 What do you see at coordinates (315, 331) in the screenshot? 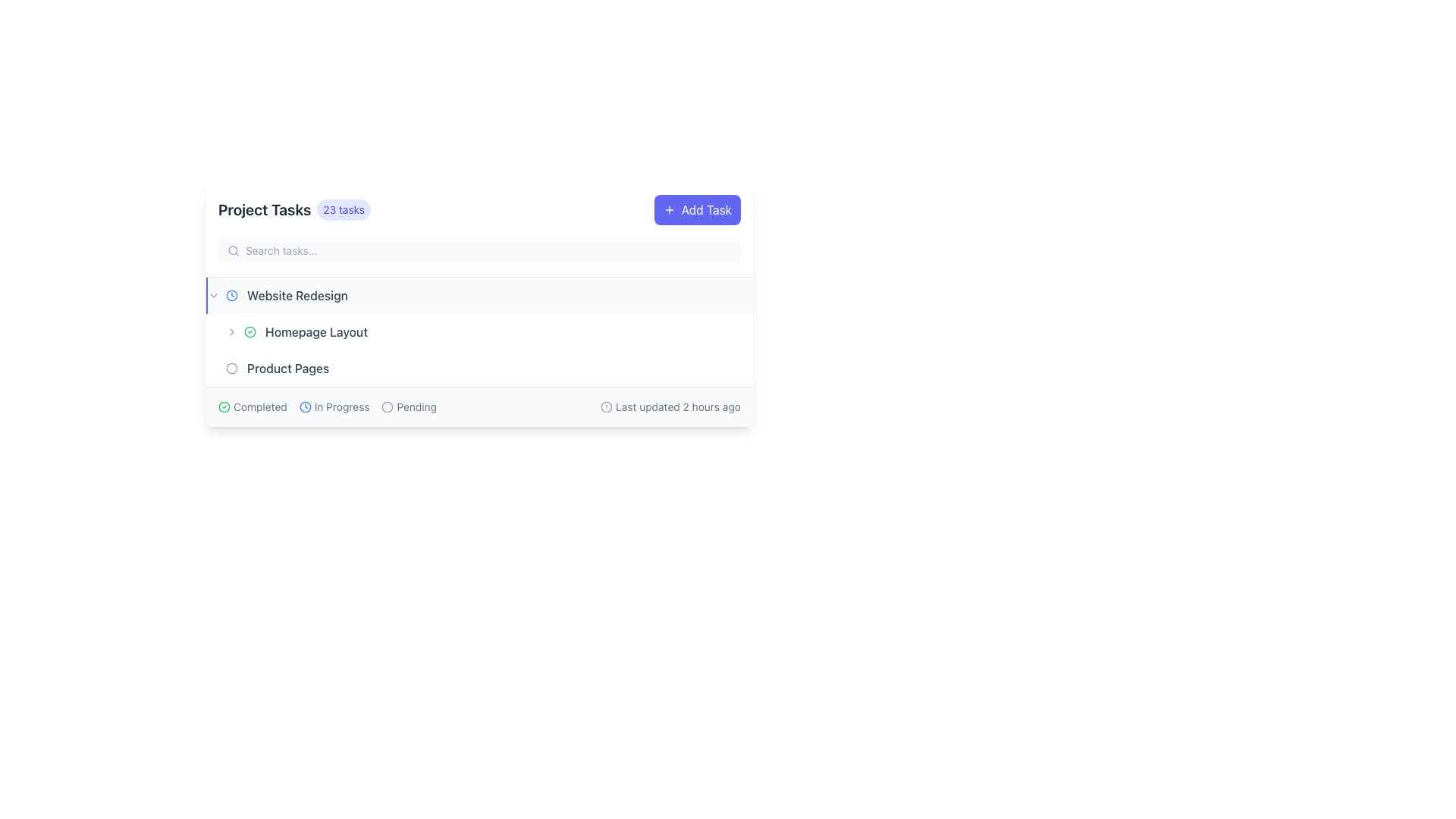
I see `the 'Homepage Layout' text label, which is displayed in medium font weight and gray color, located under the 'Project Tasks' section of the 'Website Redesign' category` at bounding box center [315, 331].